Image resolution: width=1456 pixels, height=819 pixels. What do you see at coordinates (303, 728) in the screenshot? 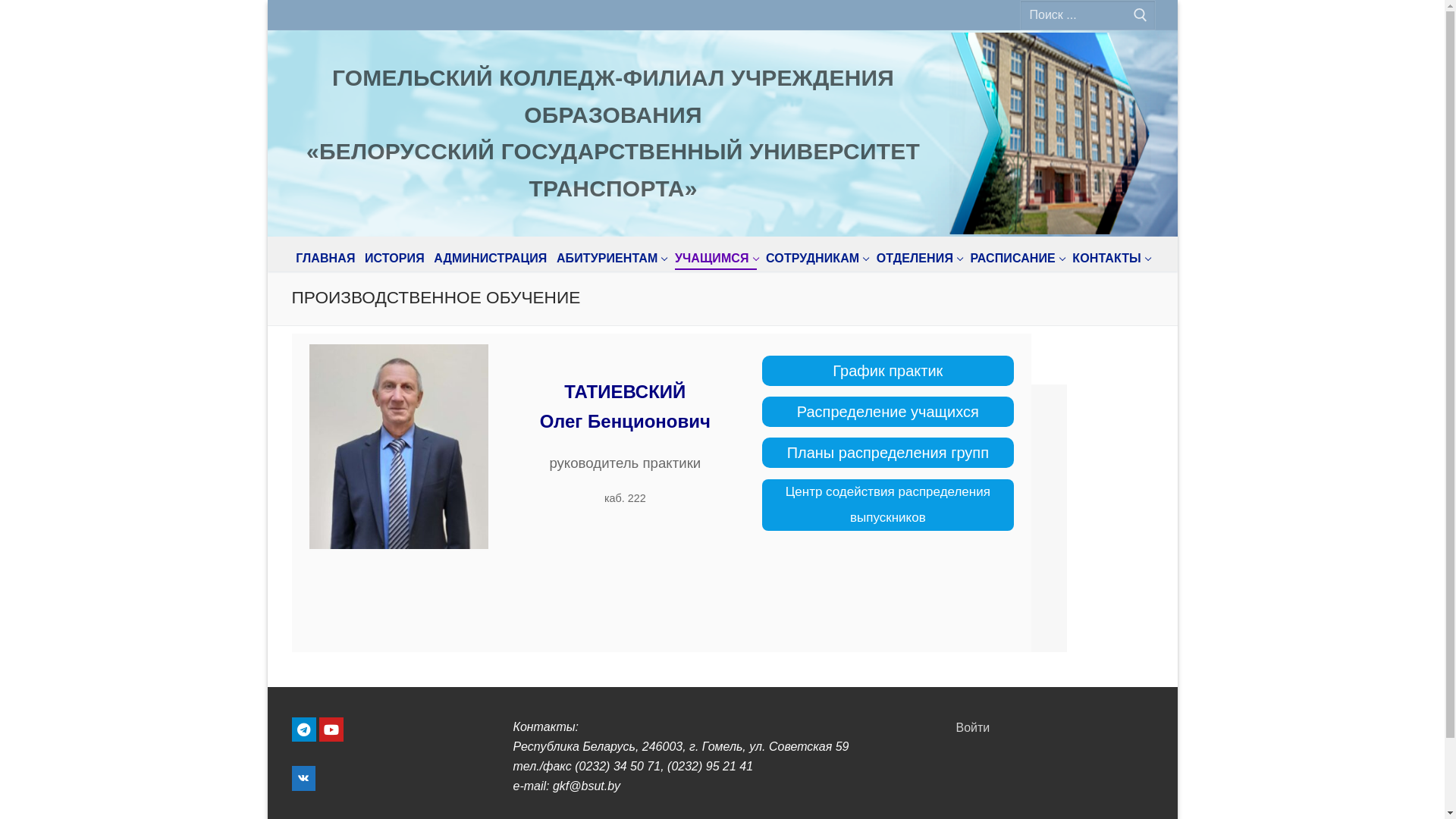
I see `'Telegram'` at bounding box center [303, 728].